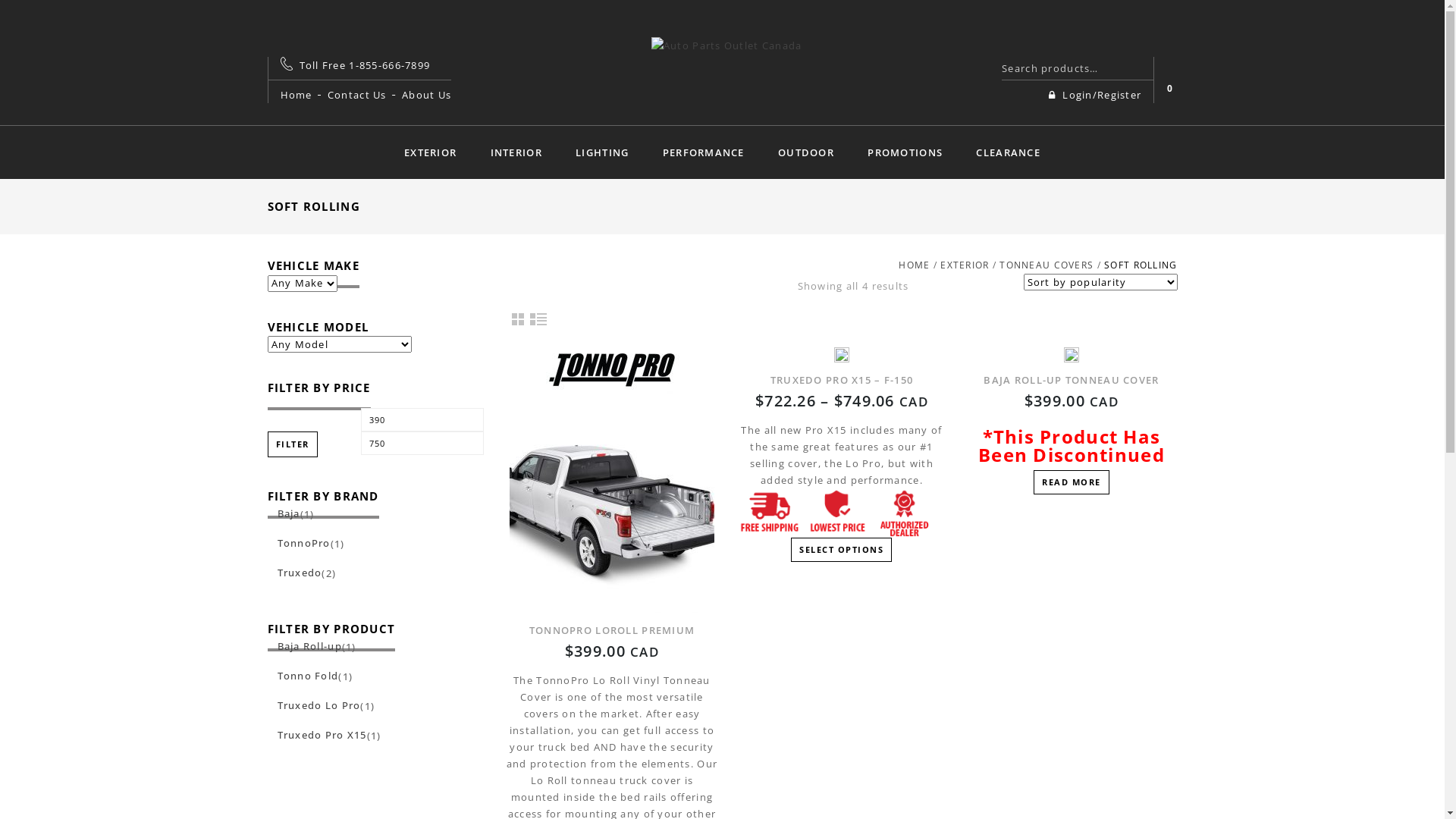 The width and height of the screenshot is (1456, 819). I want to click on 'Tonno Fold', so click(266, 675).